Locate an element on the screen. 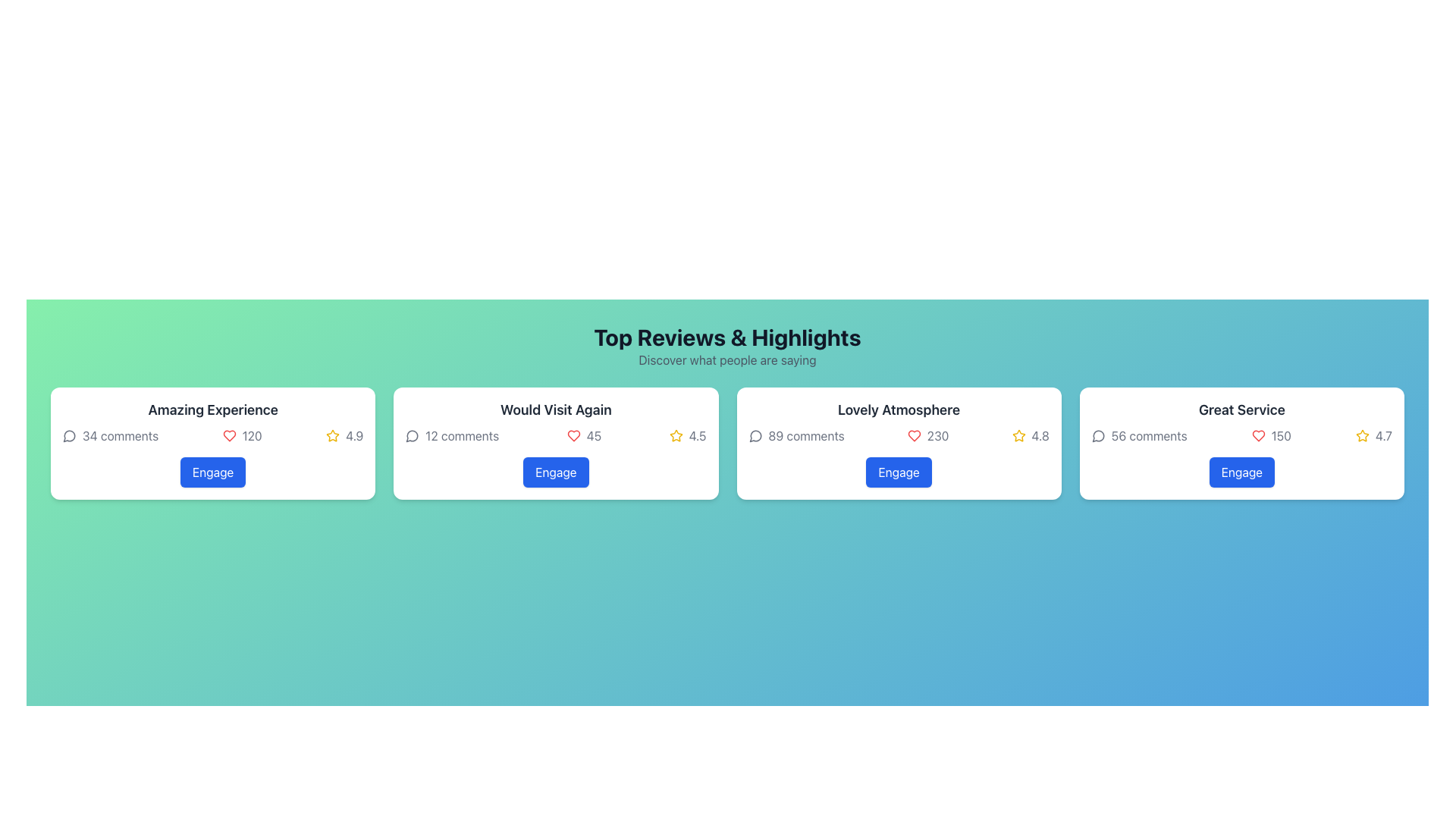  displayed information in the Metrics Display Section, which includes '34 comments', '120', and '4.9' ratings, located below the title of the card titled 'Amazing Experience' is located at coordinates (212, 435).